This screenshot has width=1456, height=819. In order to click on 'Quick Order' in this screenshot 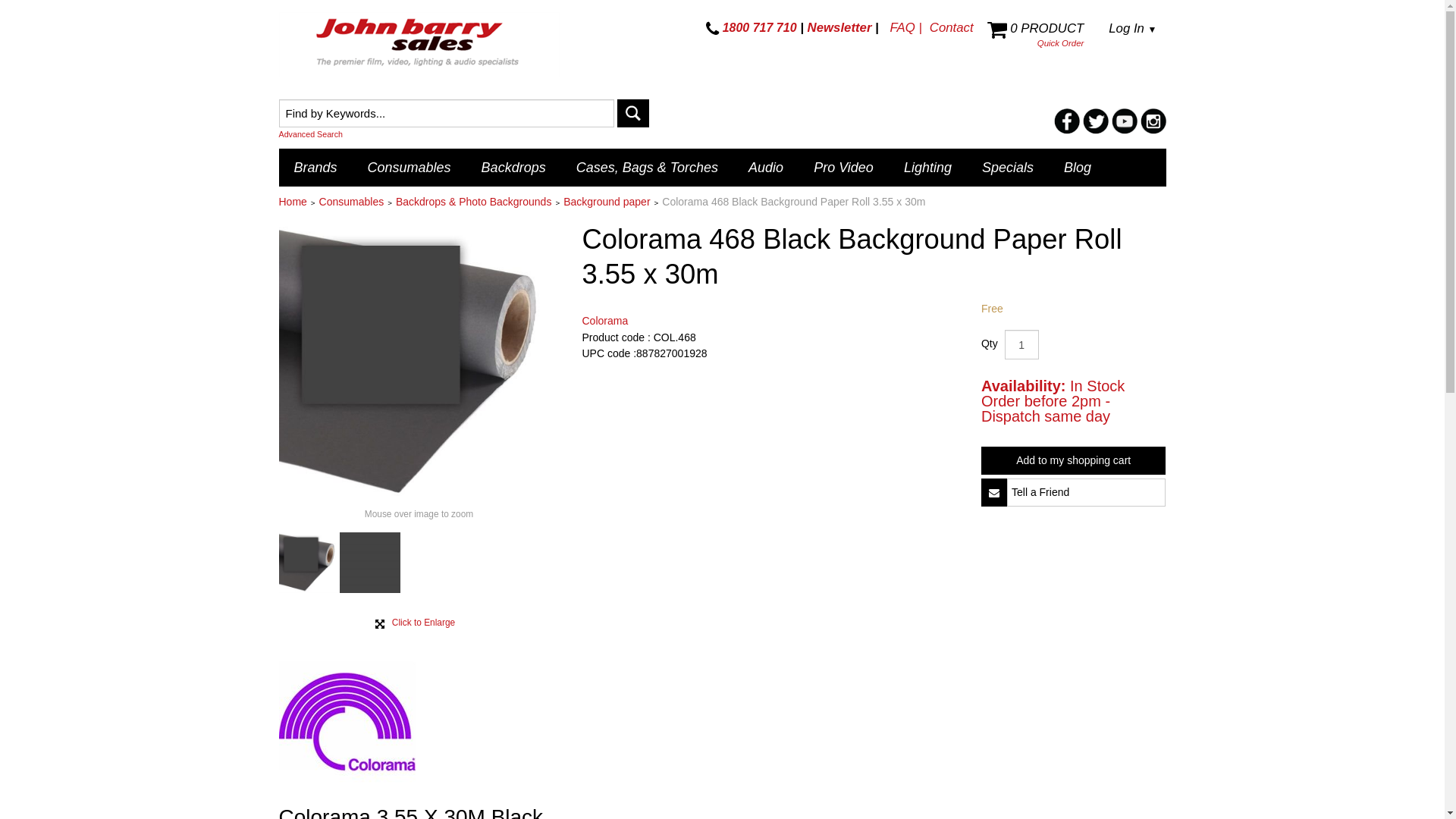, I will do `click(1059, 42)`.